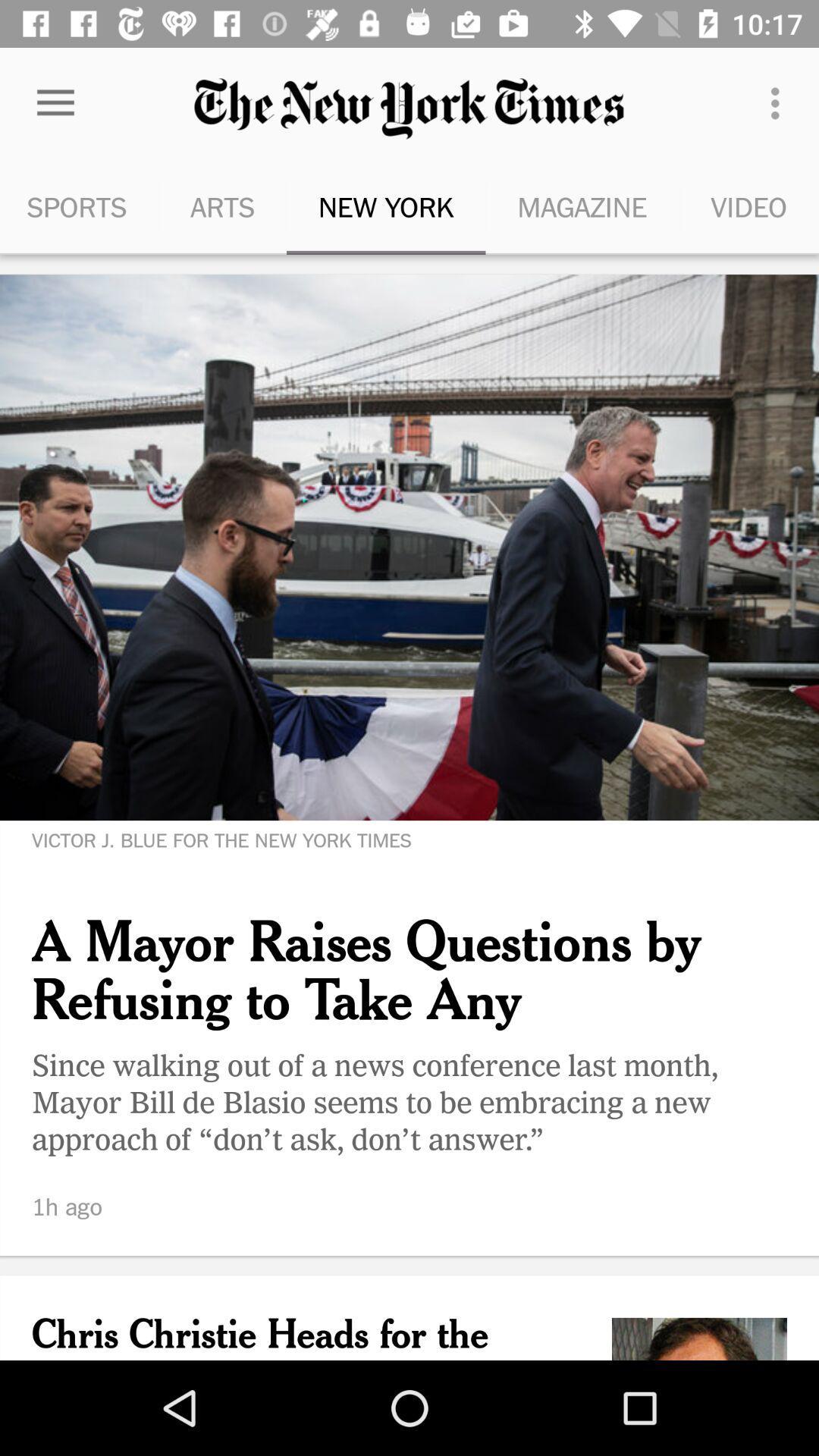 The image size is (819, 1456). What do you see at coordinates (79, 206) in the screenshot?
I see `the sports icon` at bounding box center [79, 206].